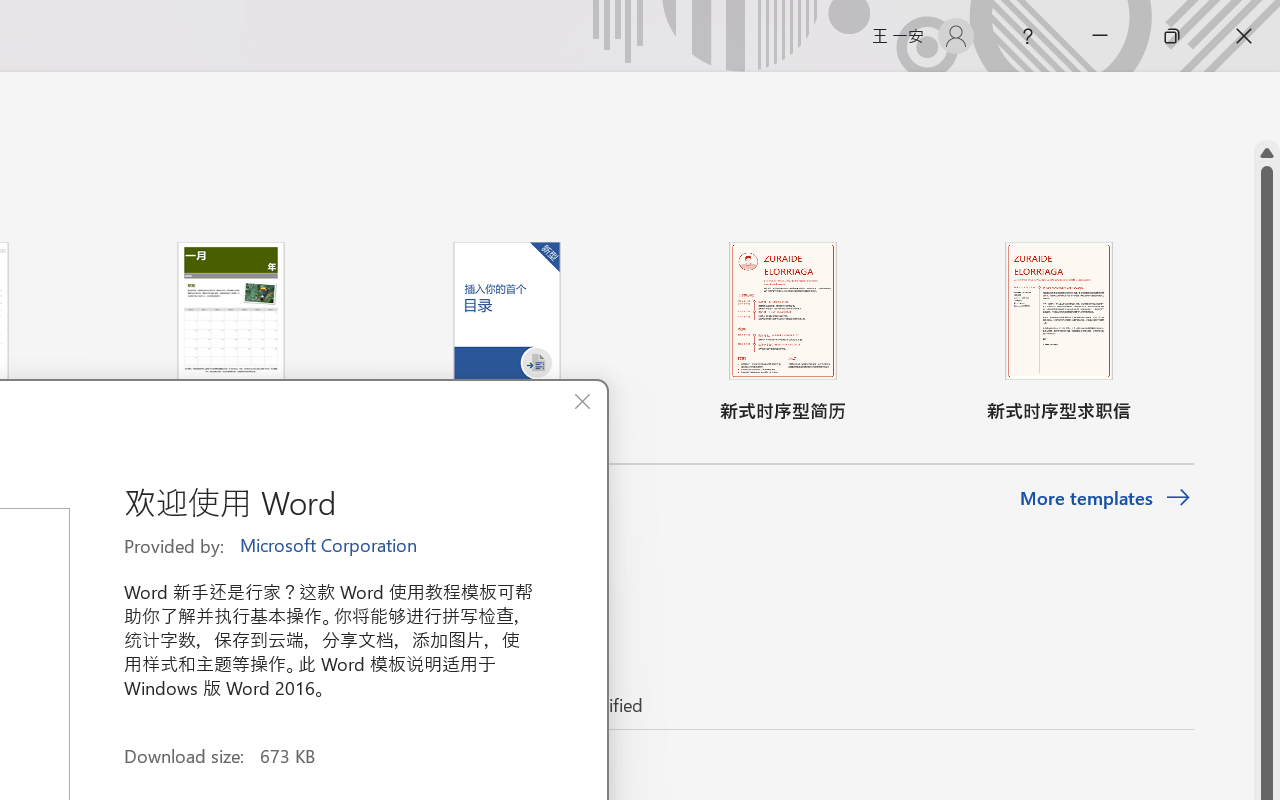 This screenshot has height=800, width=1280. I want to click on 'More templates', so click(1104, 498).